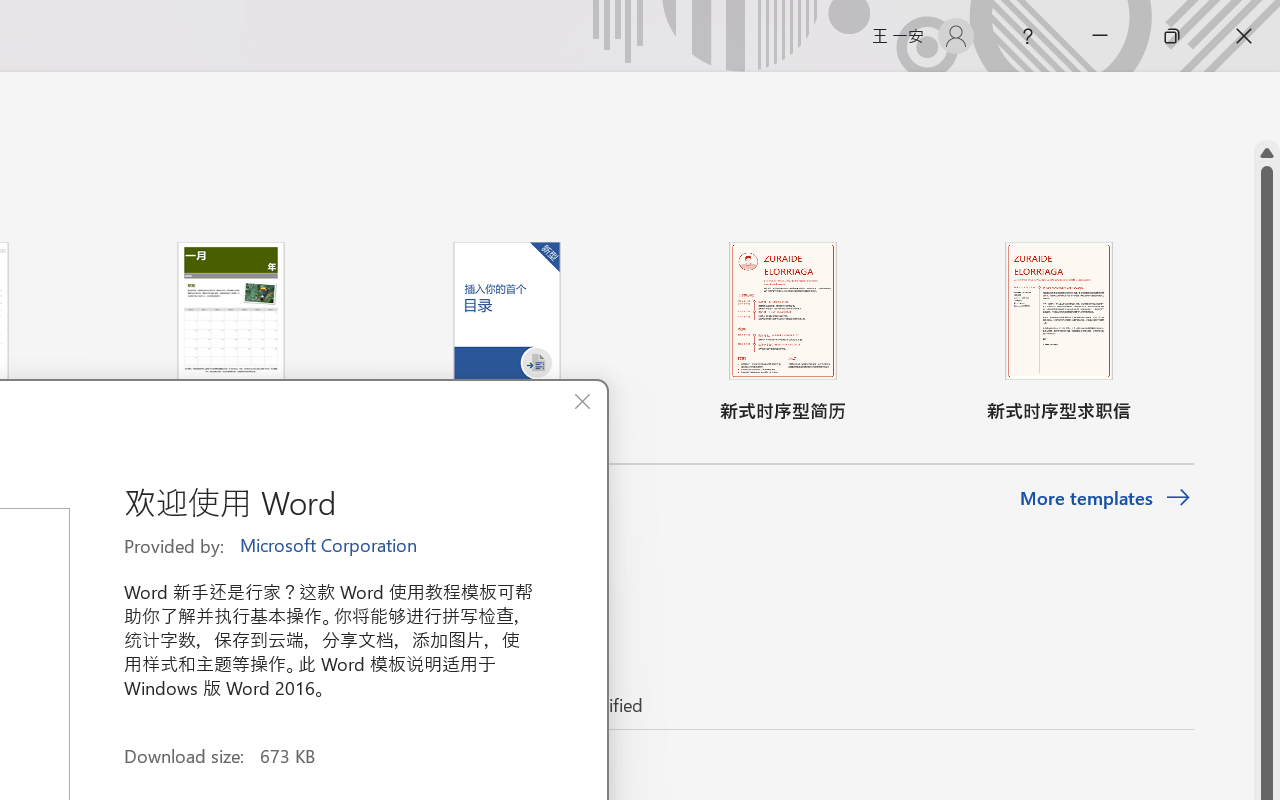 This screenshot has height=800, width=1280. I want to click on 'More templates', so click(1104, 498).